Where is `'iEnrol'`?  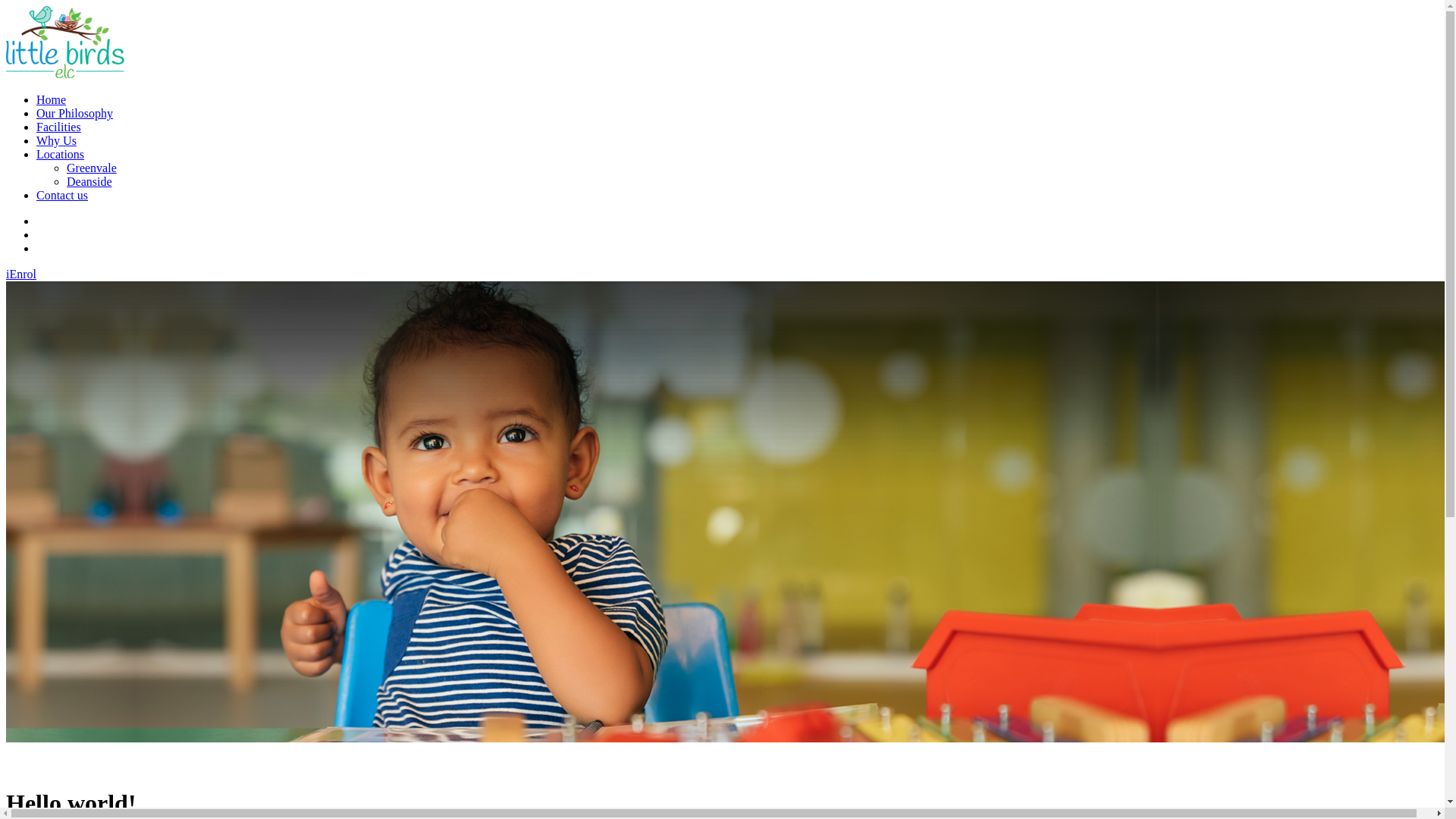
'iEnrol' is located at coordinates (21, 274).